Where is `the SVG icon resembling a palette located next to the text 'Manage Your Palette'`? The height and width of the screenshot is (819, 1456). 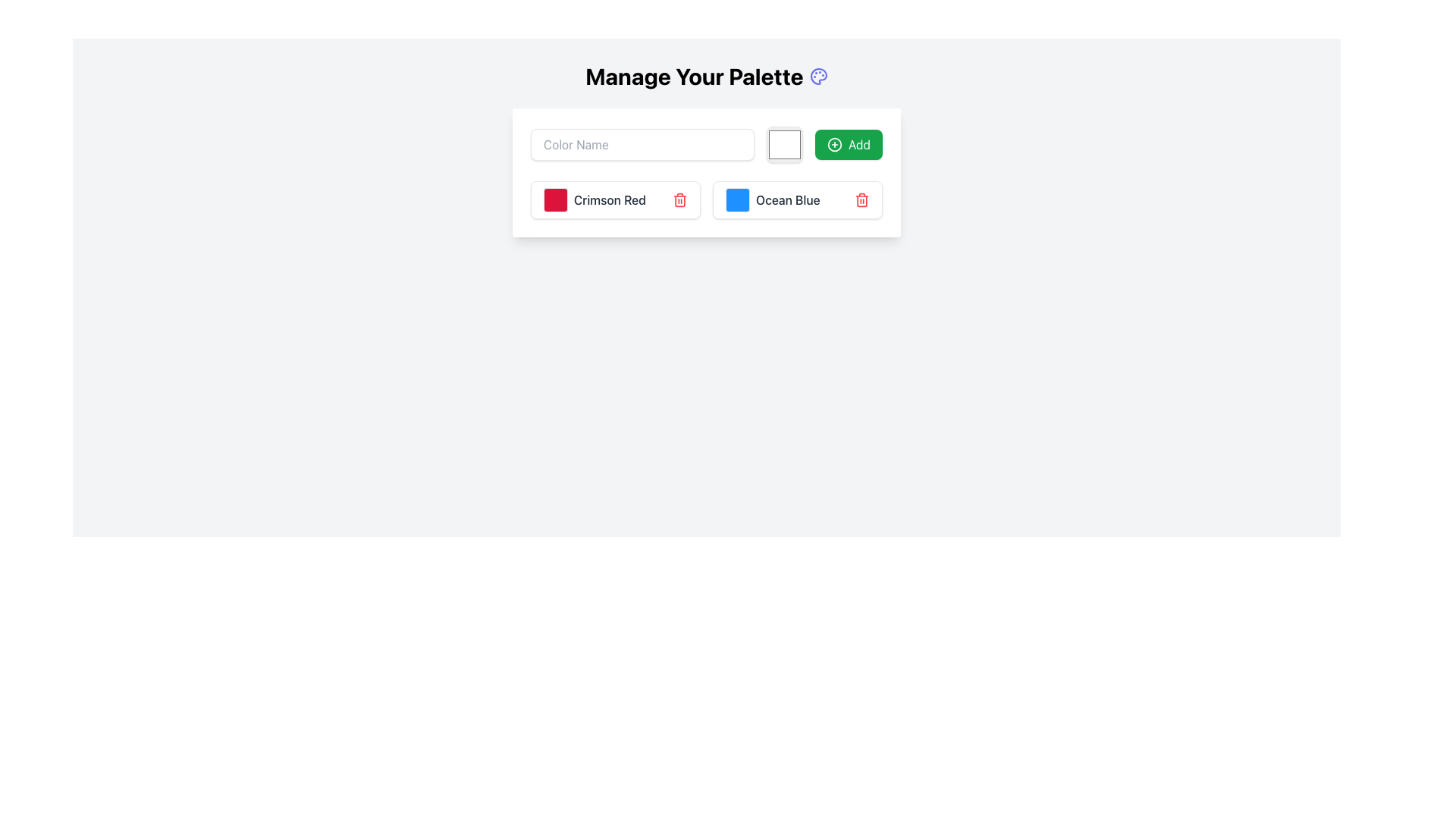
the SVG icon resembling a palette located next to the text 'Manage Your Palette' is located at coordinates (817, 76).